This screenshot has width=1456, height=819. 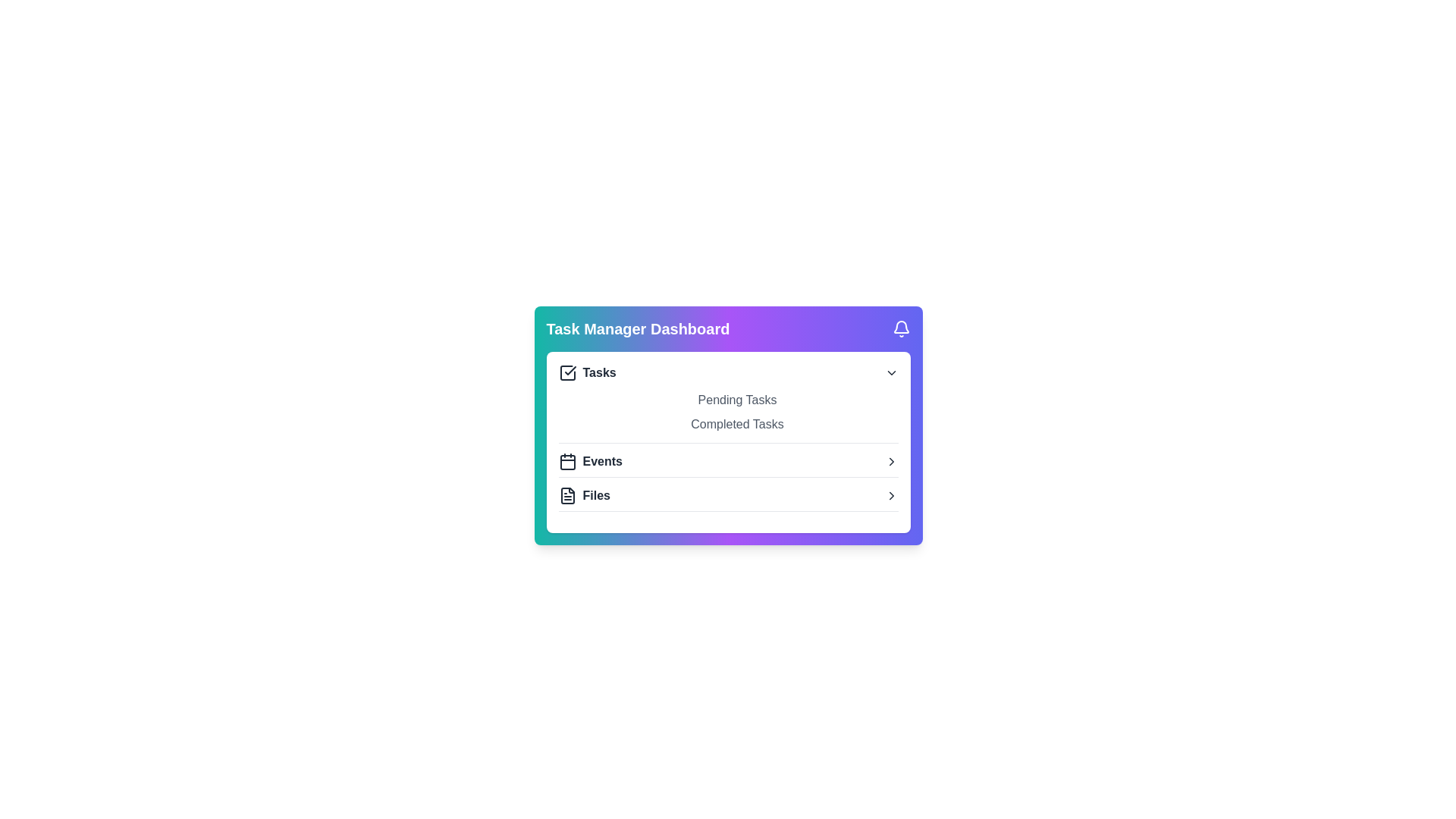 What do you see at coordinates (566, 373) in the screenshot?
I see `the status icon located to the immediate left of the text 'Tasks' in the first list item of the menu structure` at bounding box center [566, 373].